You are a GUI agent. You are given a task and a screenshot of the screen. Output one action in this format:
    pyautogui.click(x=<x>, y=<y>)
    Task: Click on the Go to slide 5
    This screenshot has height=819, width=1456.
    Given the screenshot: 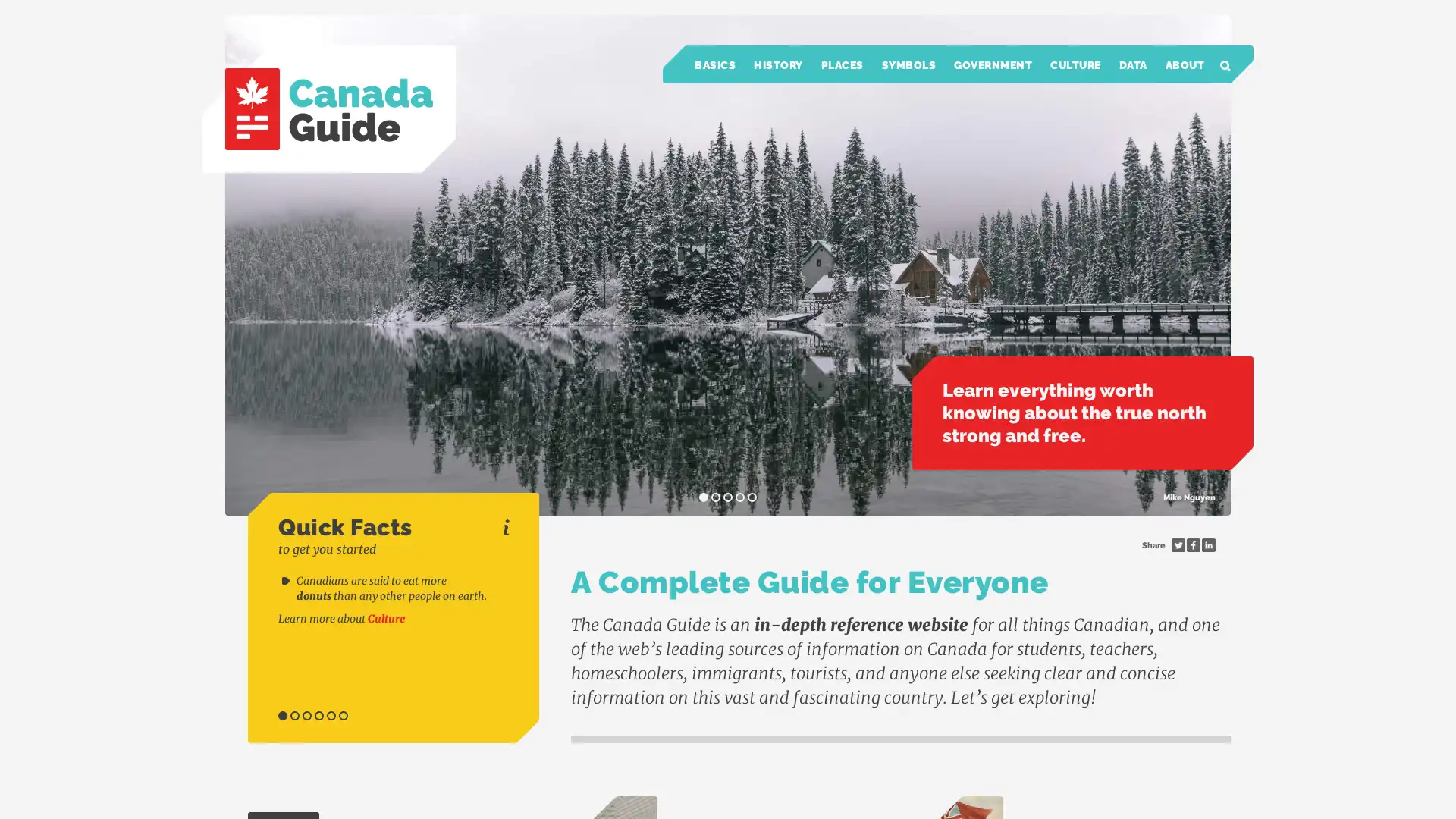 What is the action you would take?
    pyautogui.click(x=752, y=497)
    